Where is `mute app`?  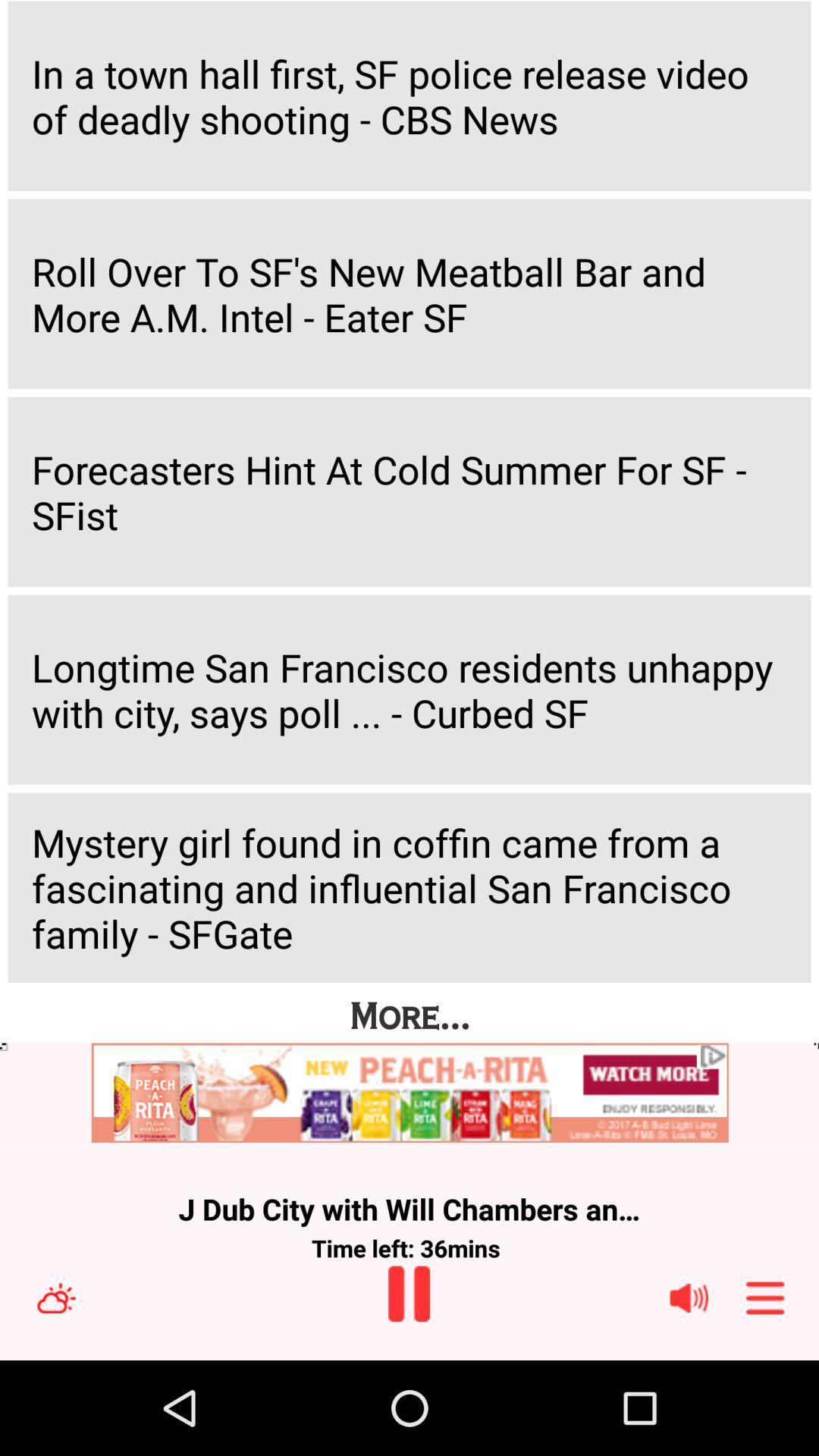
mute app is located at coordinates (689, 1297).